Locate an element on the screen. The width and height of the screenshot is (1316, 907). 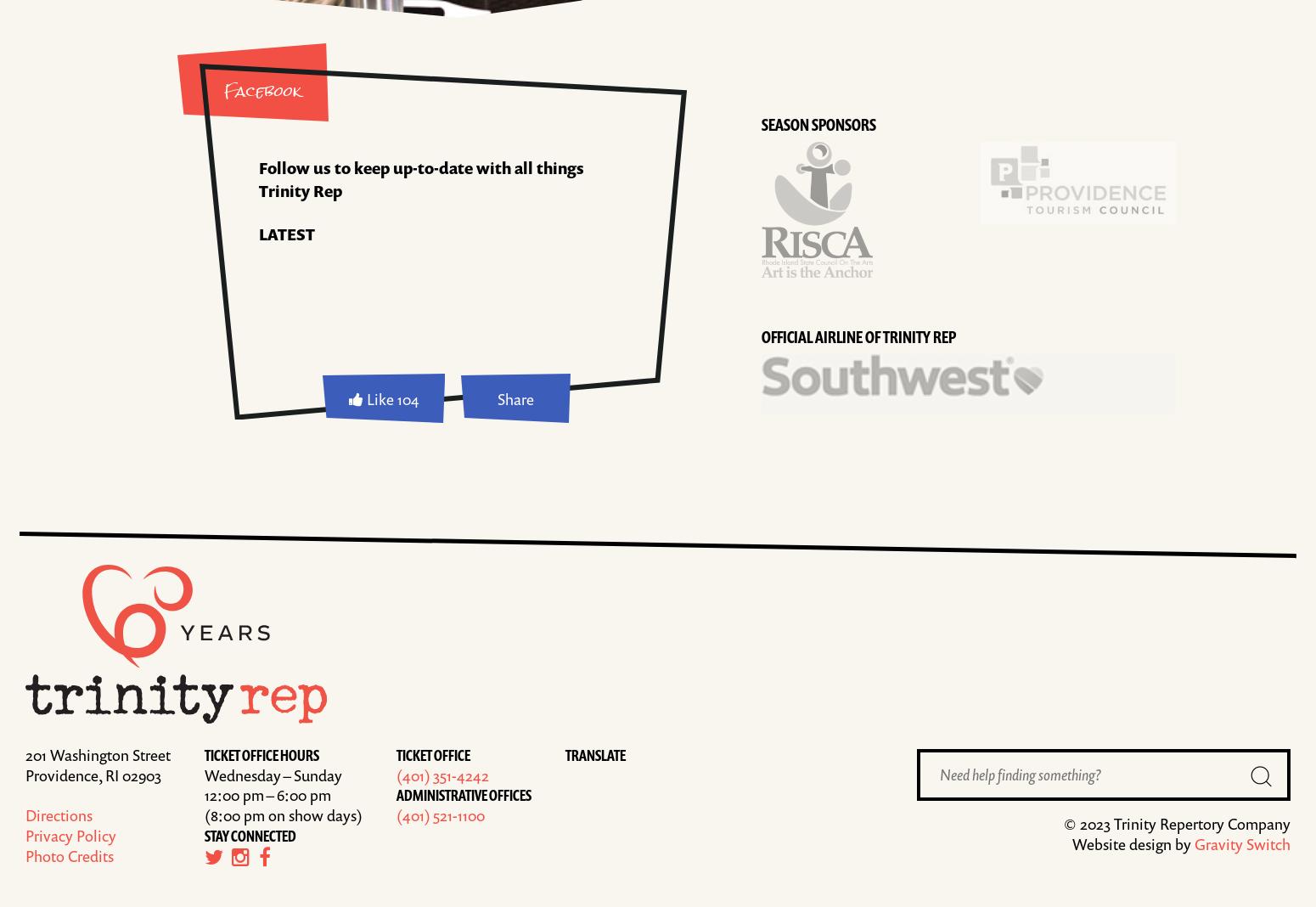
'Wednesday – Sunday' is located at coordinates (272, 773).